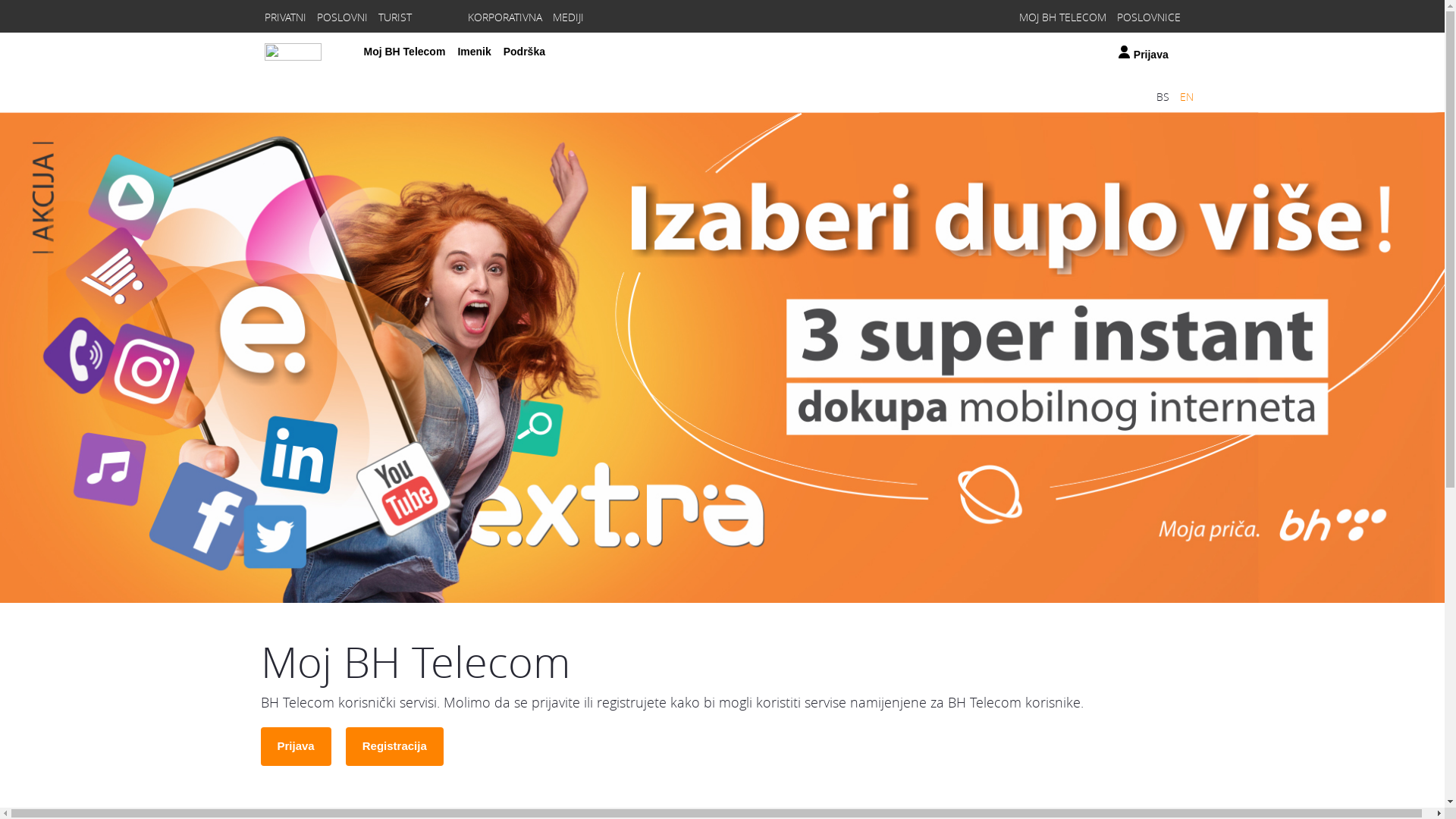 The image size is (1456, 819). Describe the element at coordinates (263, 17) in the screenshot. I see `'PRIVATNI'` at that location.